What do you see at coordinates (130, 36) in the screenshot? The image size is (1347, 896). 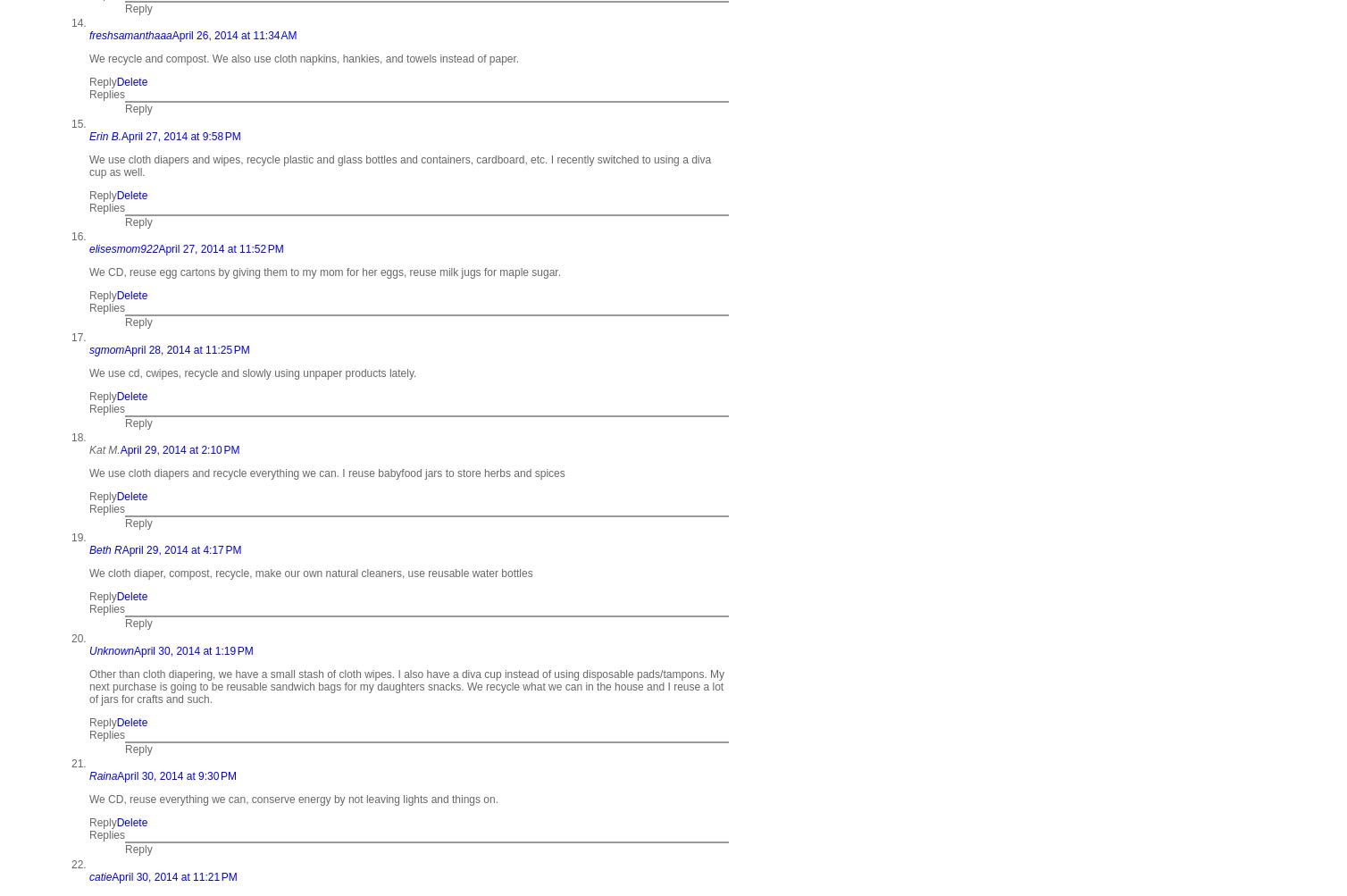 I see `'freshsamanthaaa'` at bounding box center [130, 36].